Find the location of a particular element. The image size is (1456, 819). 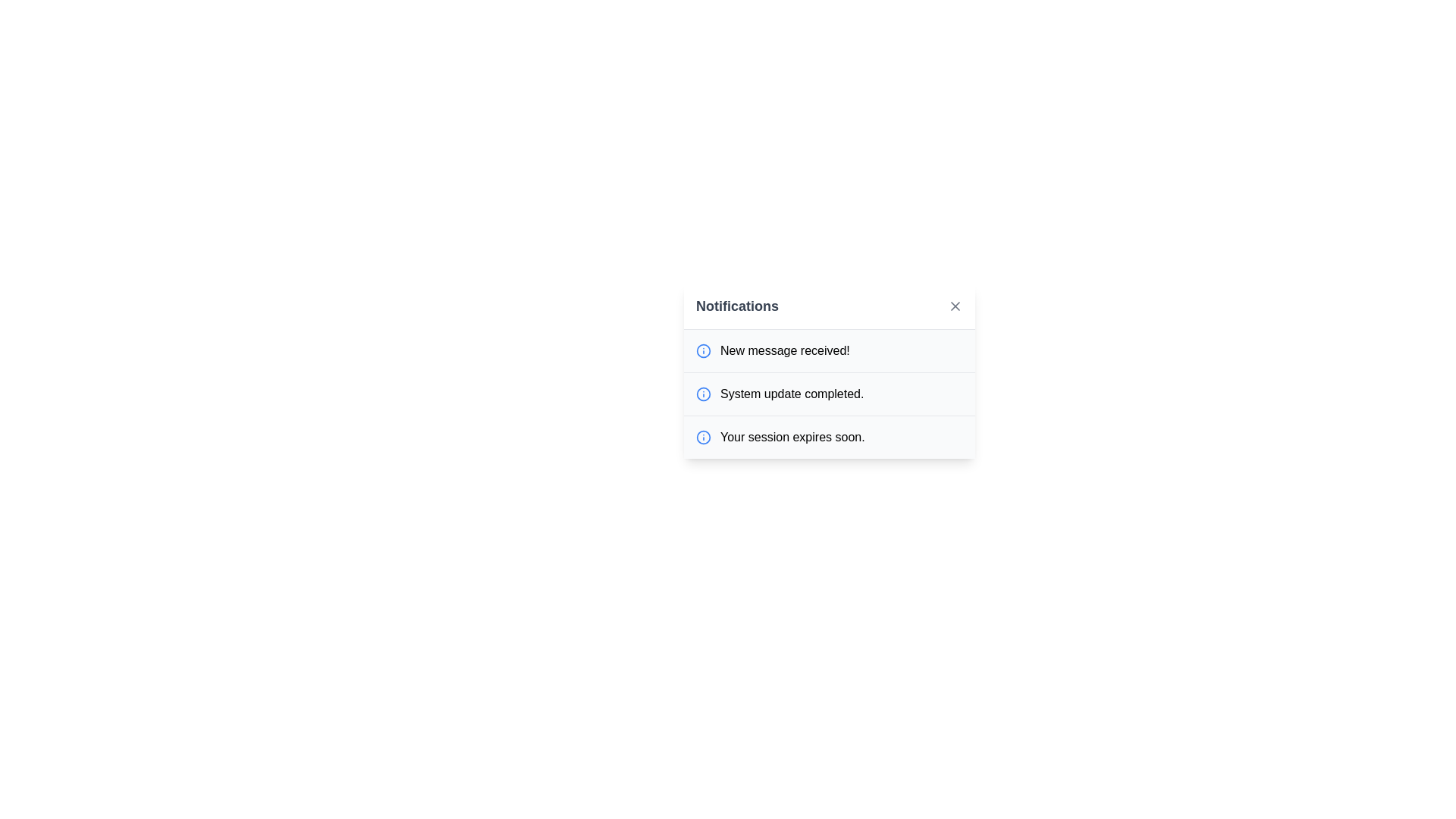

the small diagonal cross sign ('X') icon in the notifications panel header to trigger the tooltip is located at coordinates (954, 306).